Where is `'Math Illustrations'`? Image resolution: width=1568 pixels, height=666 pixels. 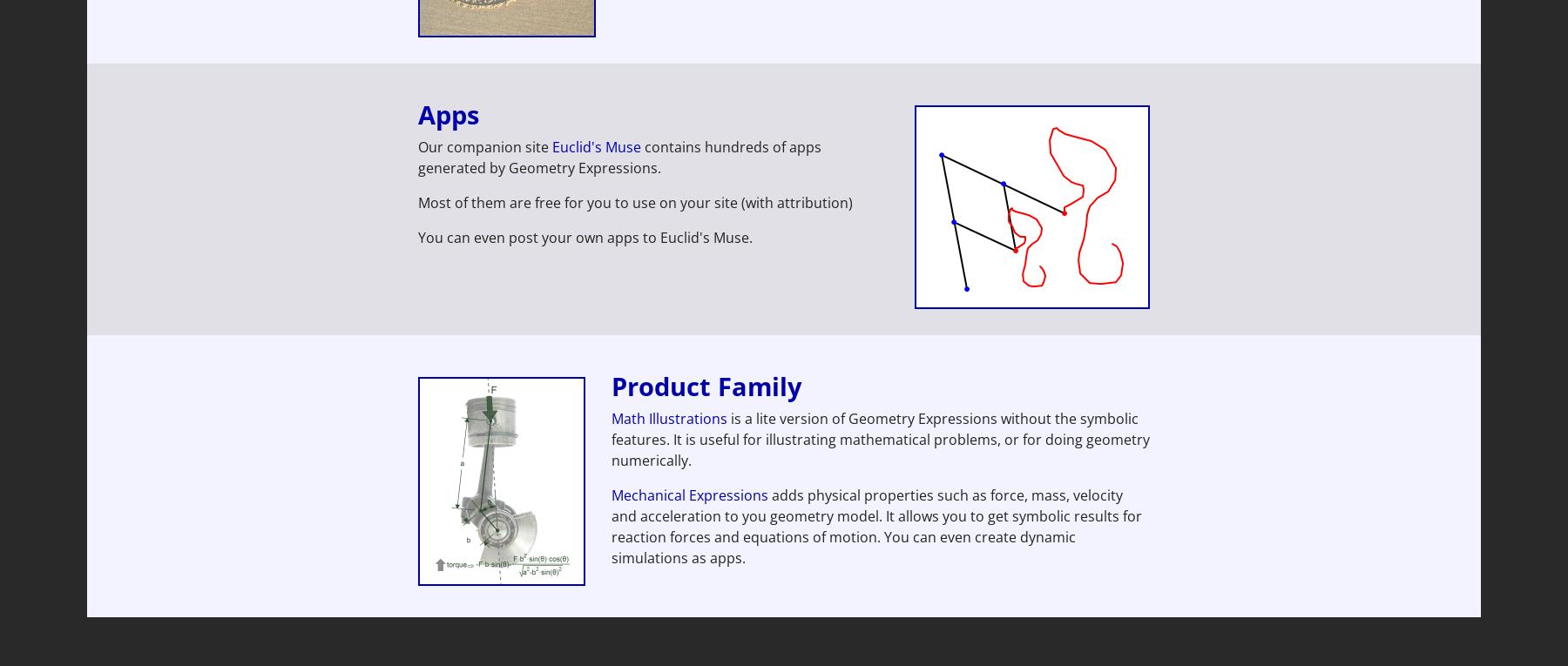
'Math Illustrations' is located at coordinates (668, 418).